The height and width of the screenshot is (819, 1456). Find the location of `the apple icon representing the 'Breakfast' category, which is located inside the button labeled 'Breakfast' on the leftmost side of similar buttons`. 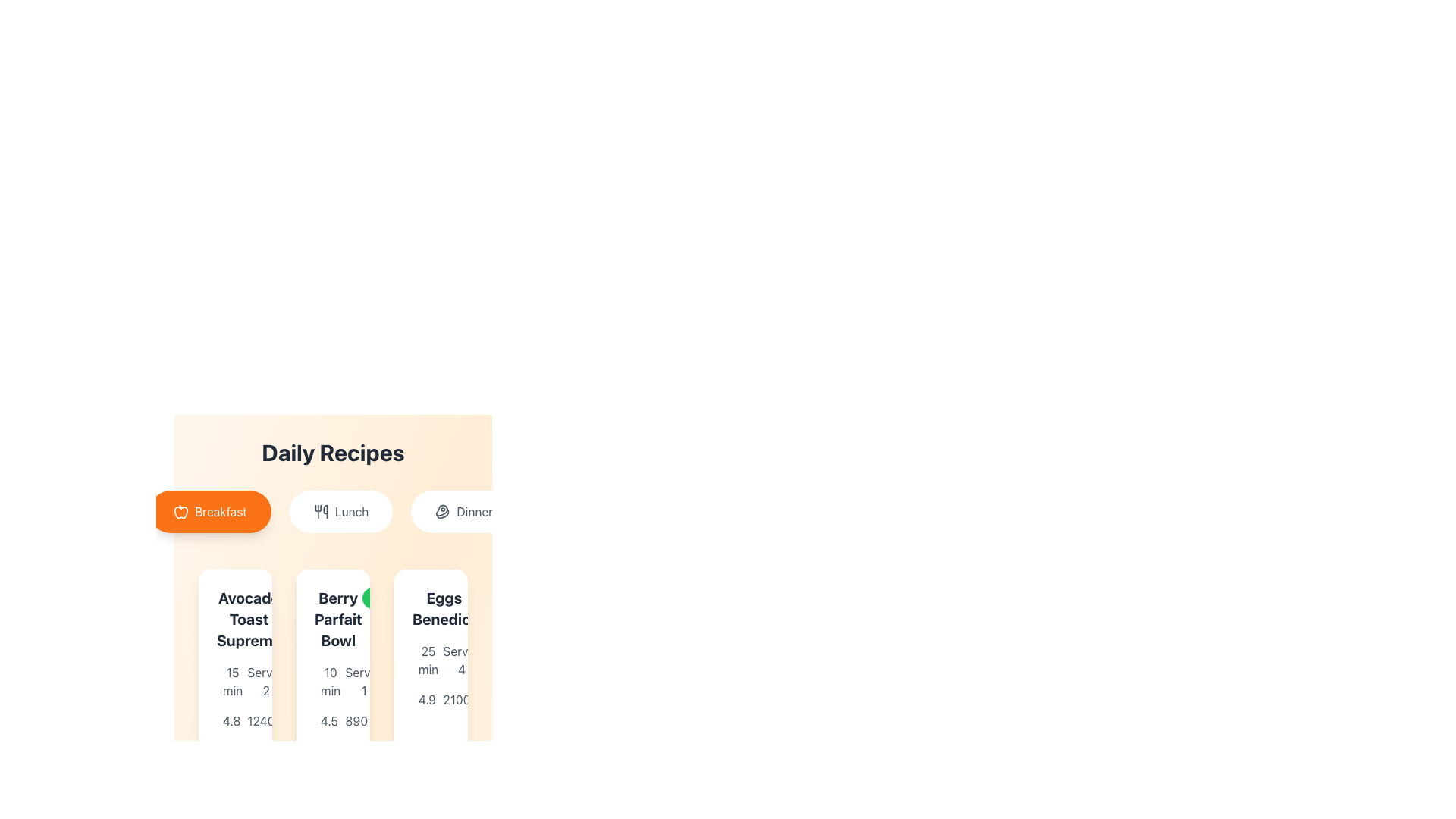

the apple icon representing the 'Breakfast' category, which is located inside the button labeled 'Breakfast' on the leftmost side of similar buttons is located at coordinates (181, 512).